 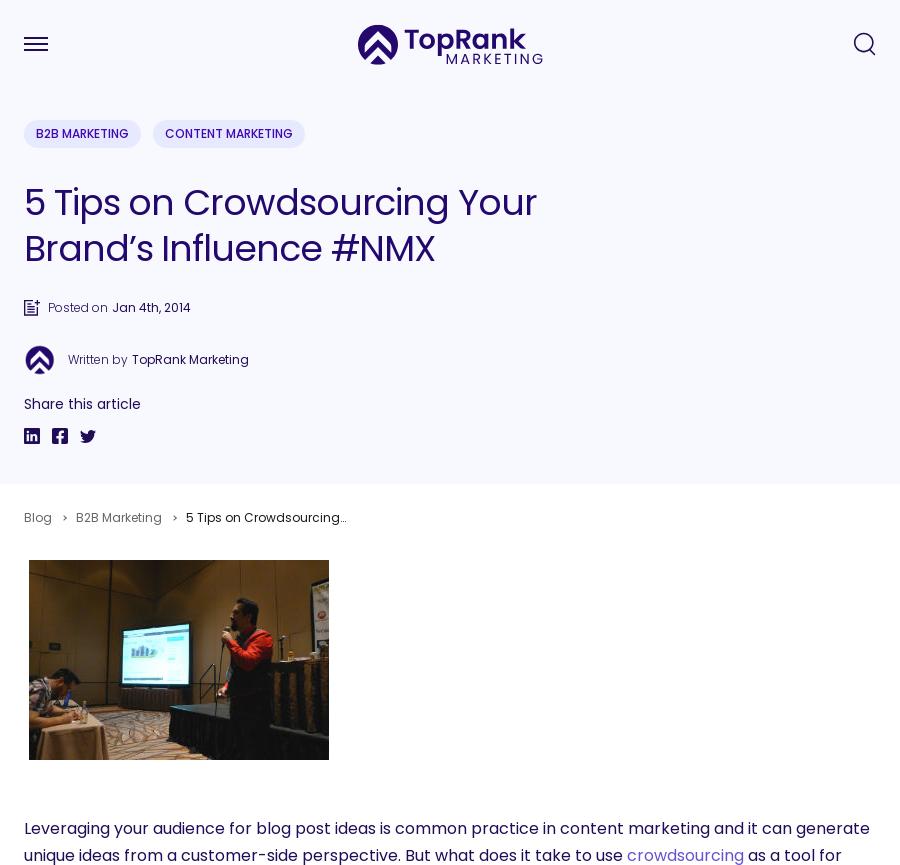 What do you see at coordinates (190, 359) in the screenshot?
I see `'TopRank Marketing'` at bounding box center [190, 359].